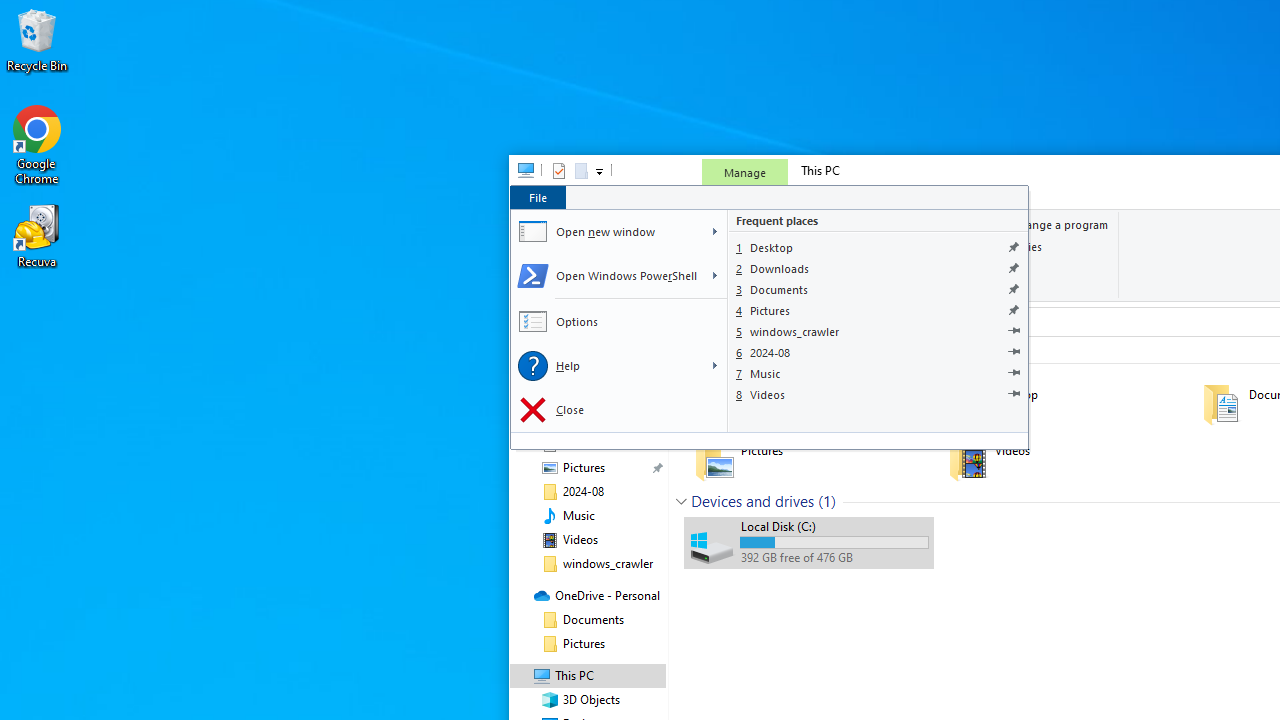 Image resolution: width=1280 pixels, height=720 pixels. Describe the element at coordinates (878, 330) in the screenshot. I see `'windows_crawler'` at that location.